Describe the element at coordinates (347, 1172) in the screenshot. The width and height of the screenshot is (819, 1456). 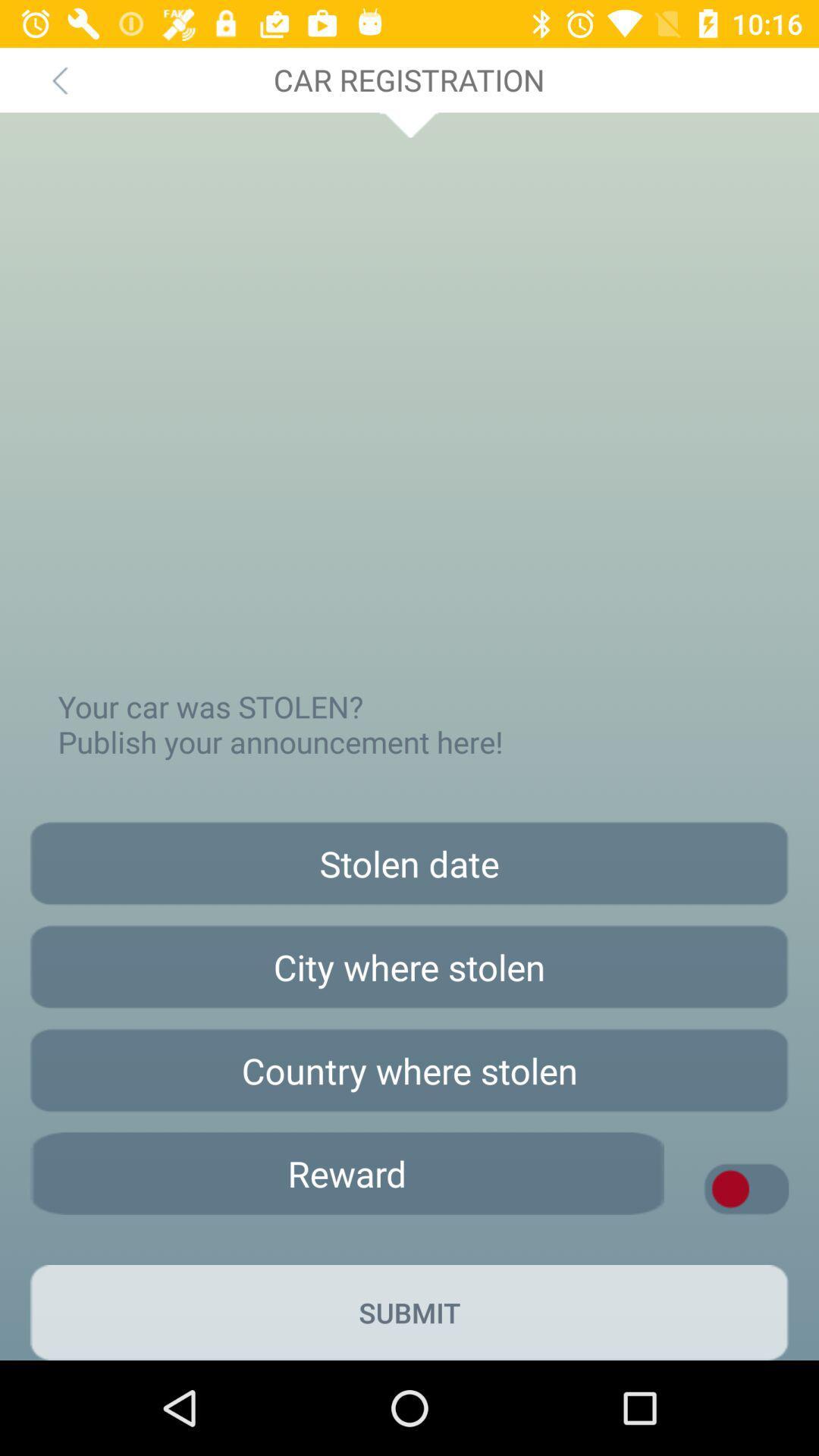
I see `offer reward` at that location.